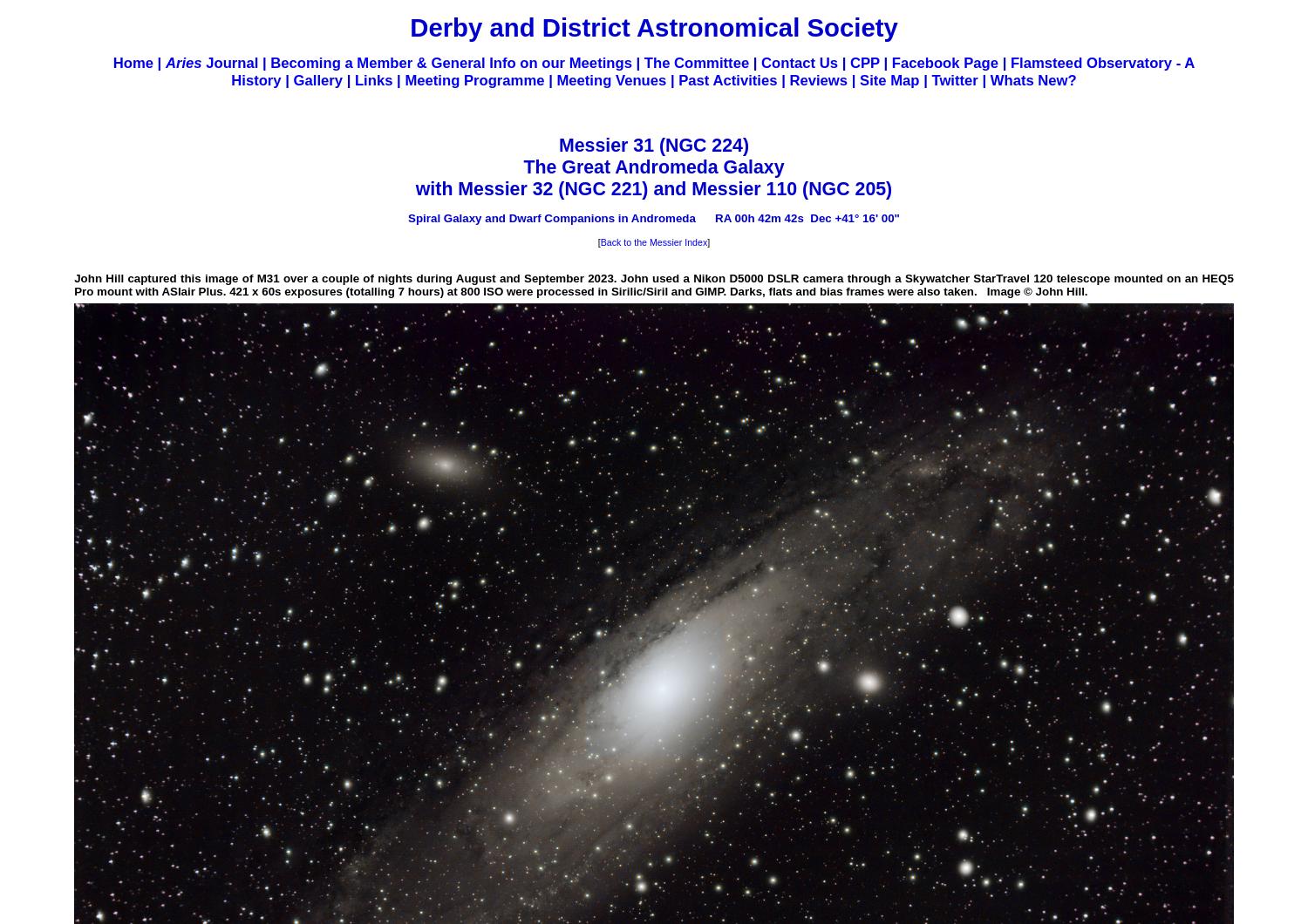 Image resolution: width=1308 pixels, height=924 pixels. What do you see at coordinates (600, 241) in the screenshot?
I see `'Back to the Messier Index'` at bounding box center [600, 241].